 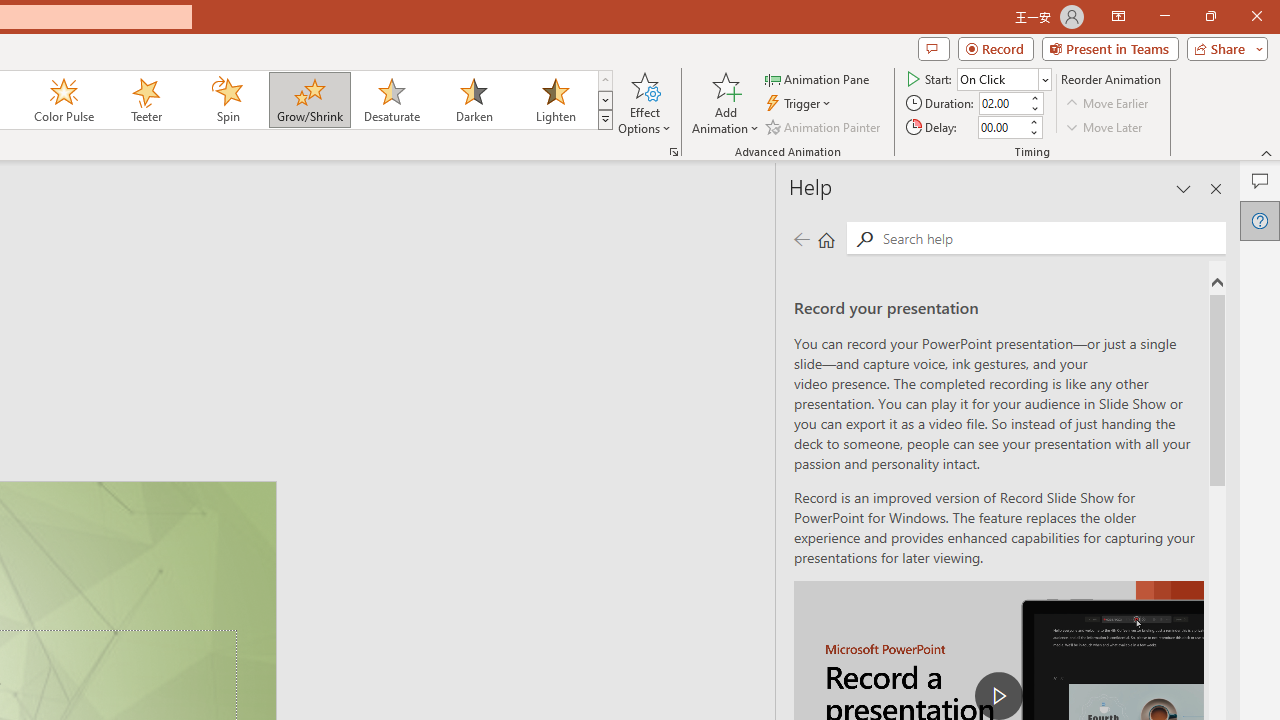 What do you see at coordinates (64, 100) in the screenshot?
I see `'Color Pulse'` at bounding box center [64, 100].